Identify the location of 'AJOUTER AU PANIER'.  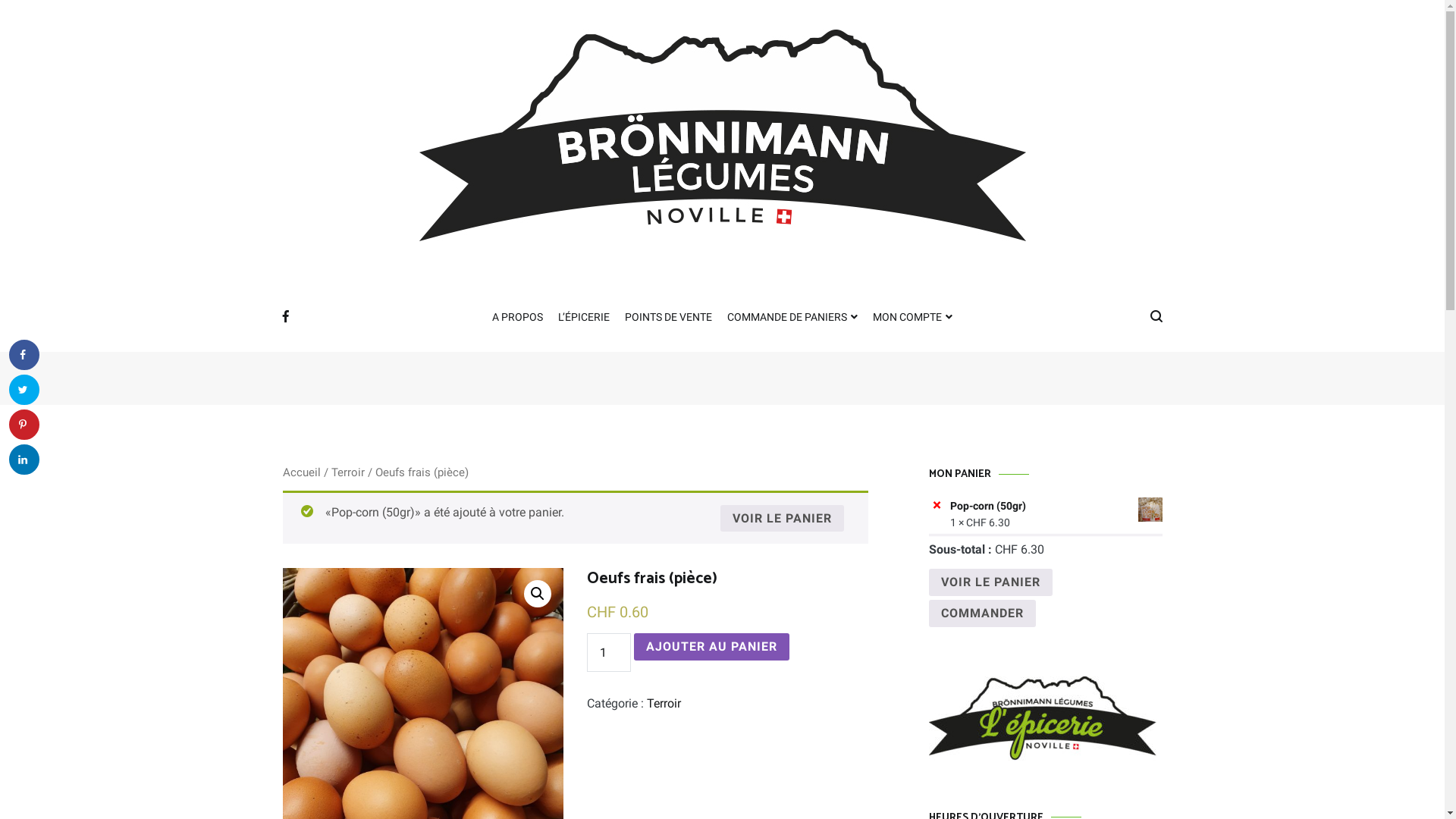
(711, 646).